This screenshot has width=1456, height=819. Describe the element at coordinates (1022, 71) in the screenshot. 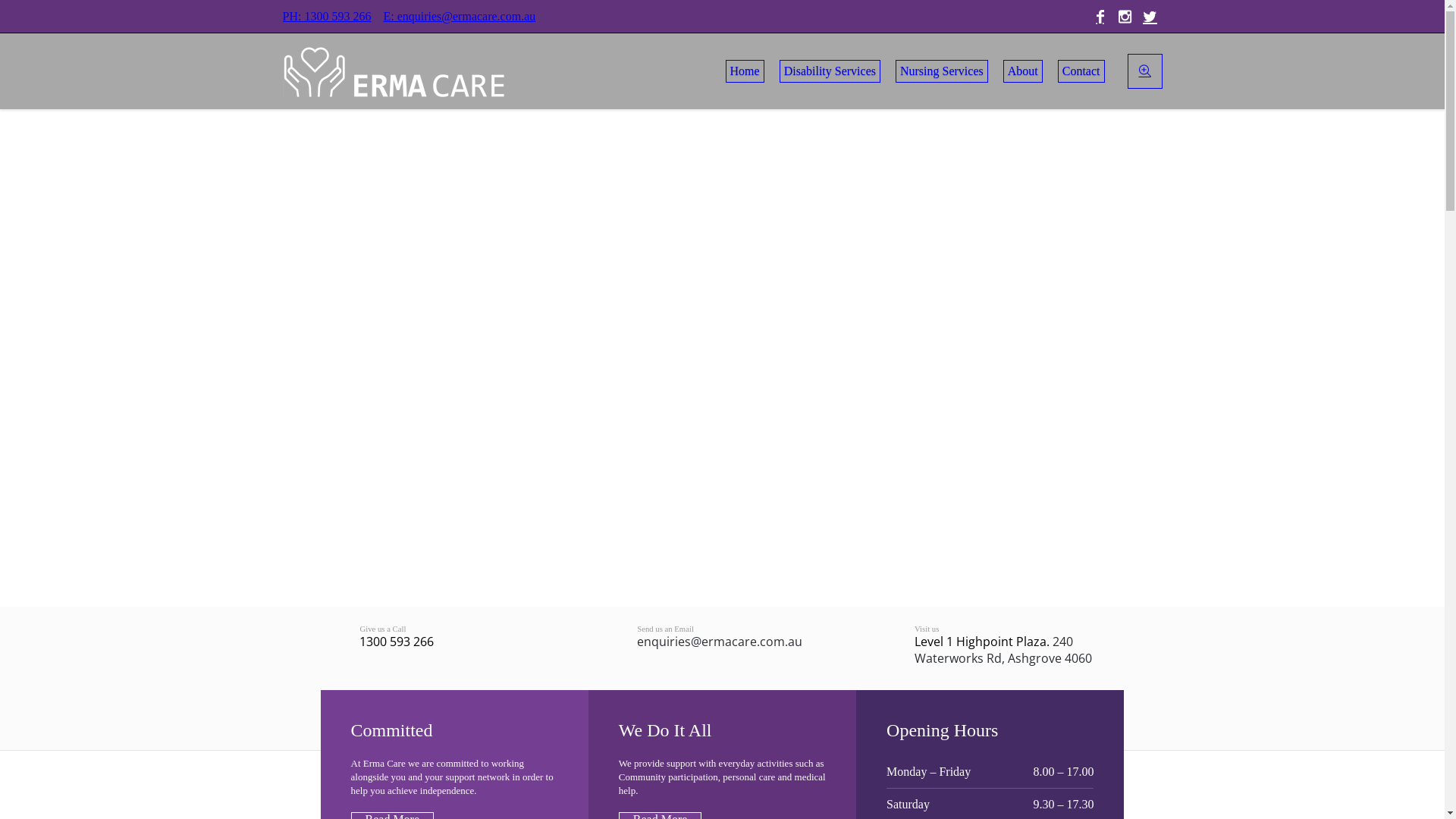

I see `'About'` at that location.